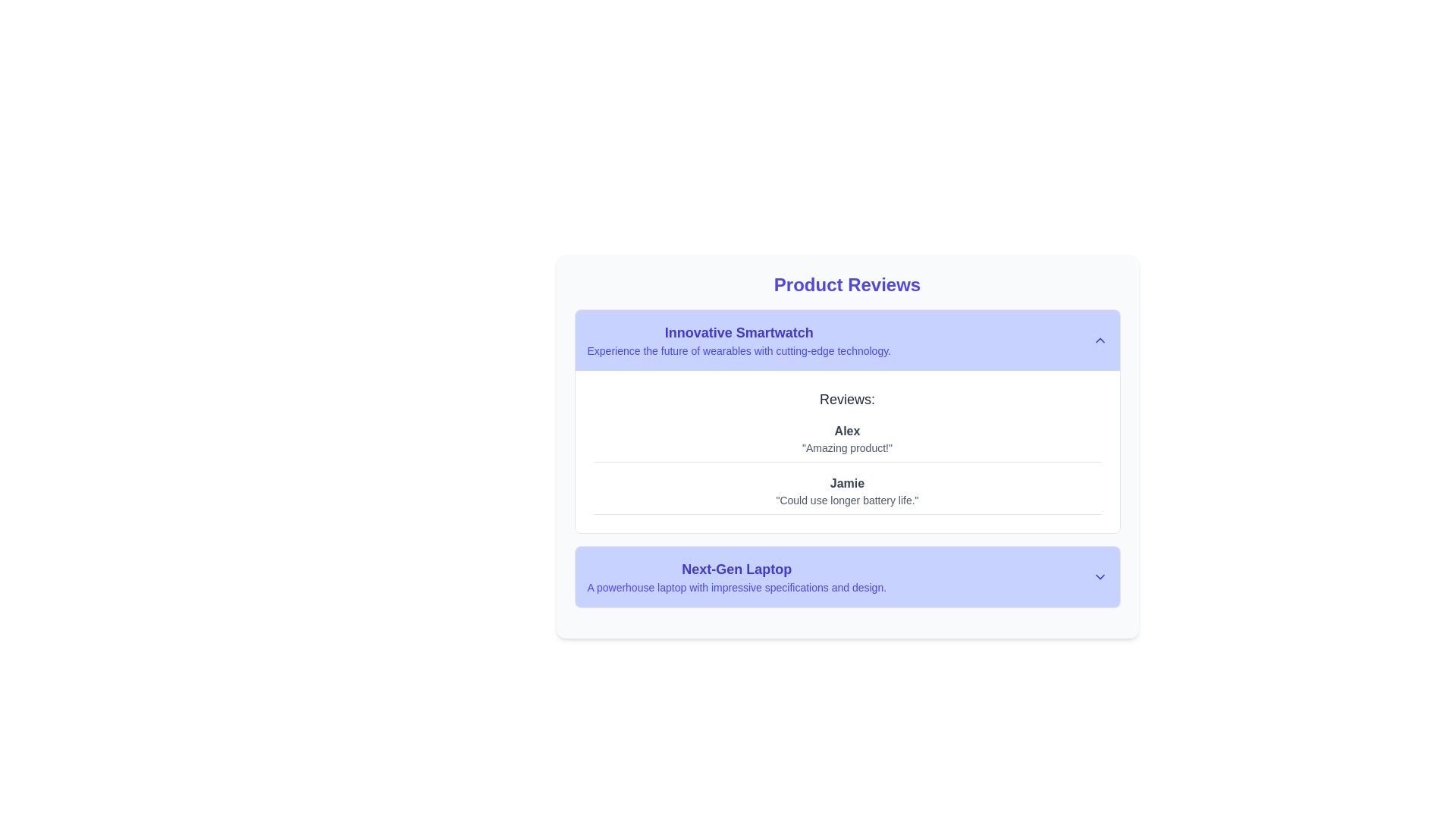  Describe the element at coordinates (1100, 576) in the screenshot. I see `the downward-pointing indigo chevron icon located at the far right of the product description for 'Next-Gen Laptop'` at that location.